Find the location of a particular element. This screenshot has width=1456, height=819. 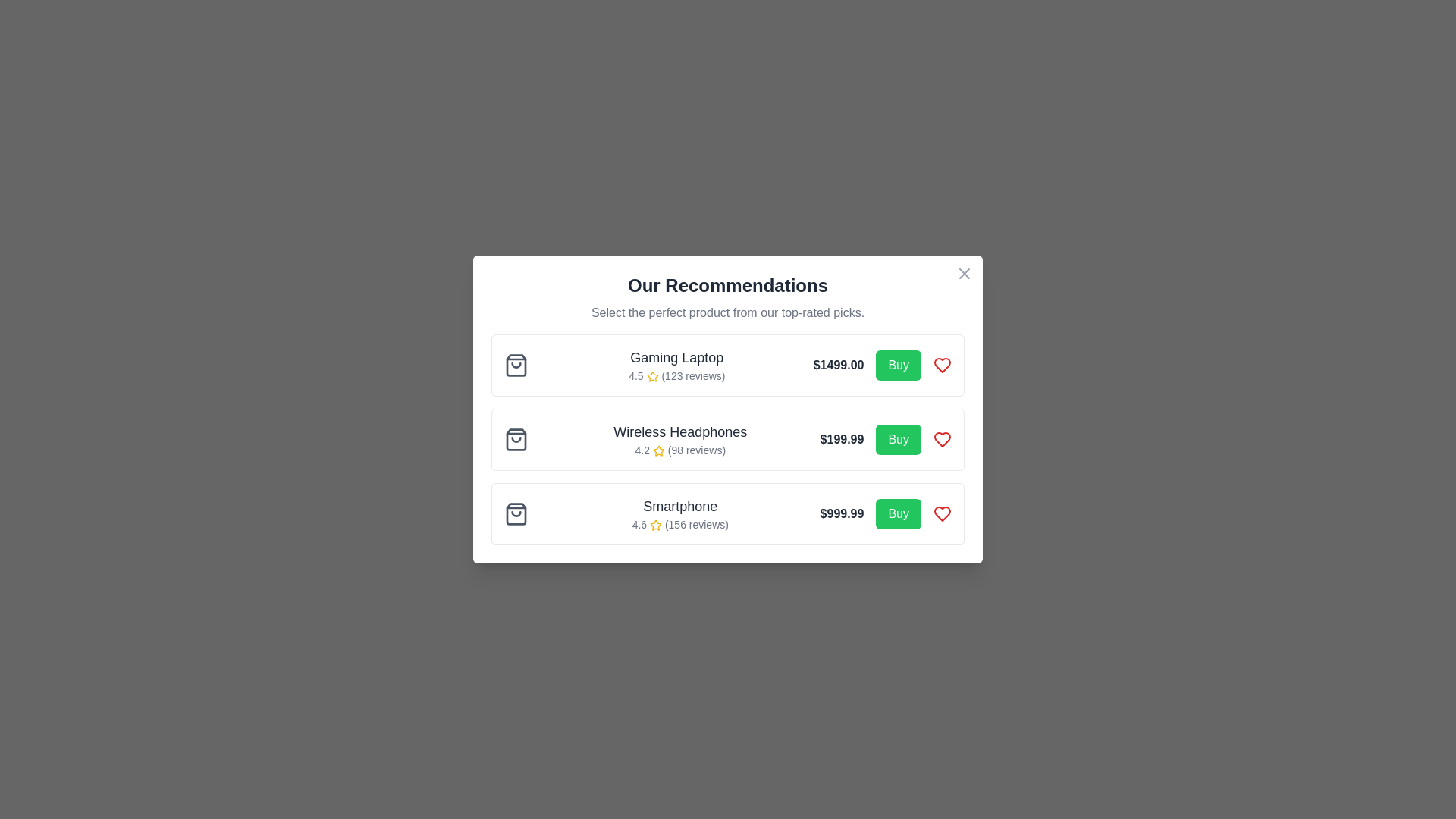

the heart icon button associated with the 'Smartphone' entry to mark it as a favorite is located at coordinates (942, 513).